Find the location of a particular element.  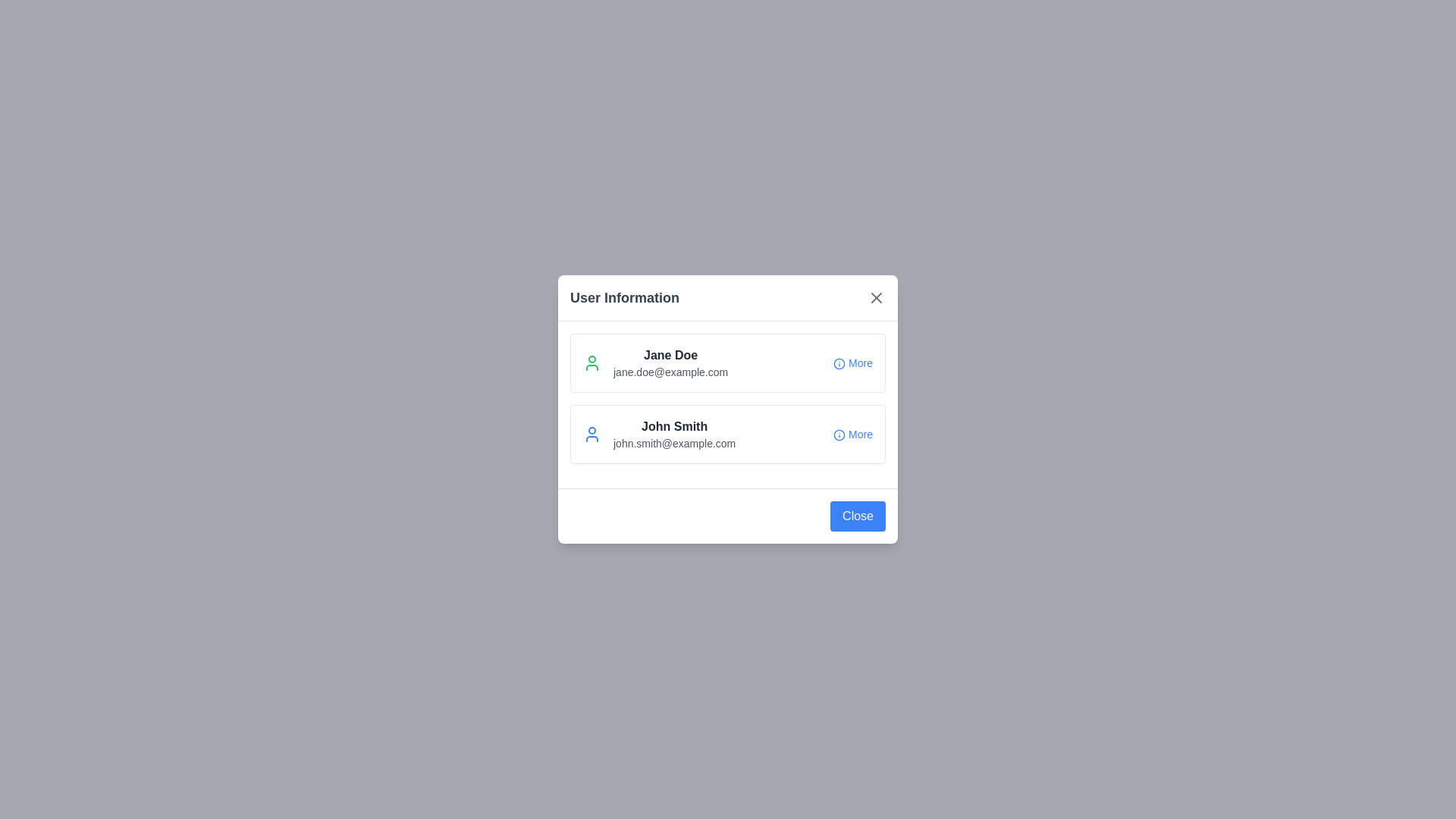

the user icon for John Smith is located at coordinates (591, 435).